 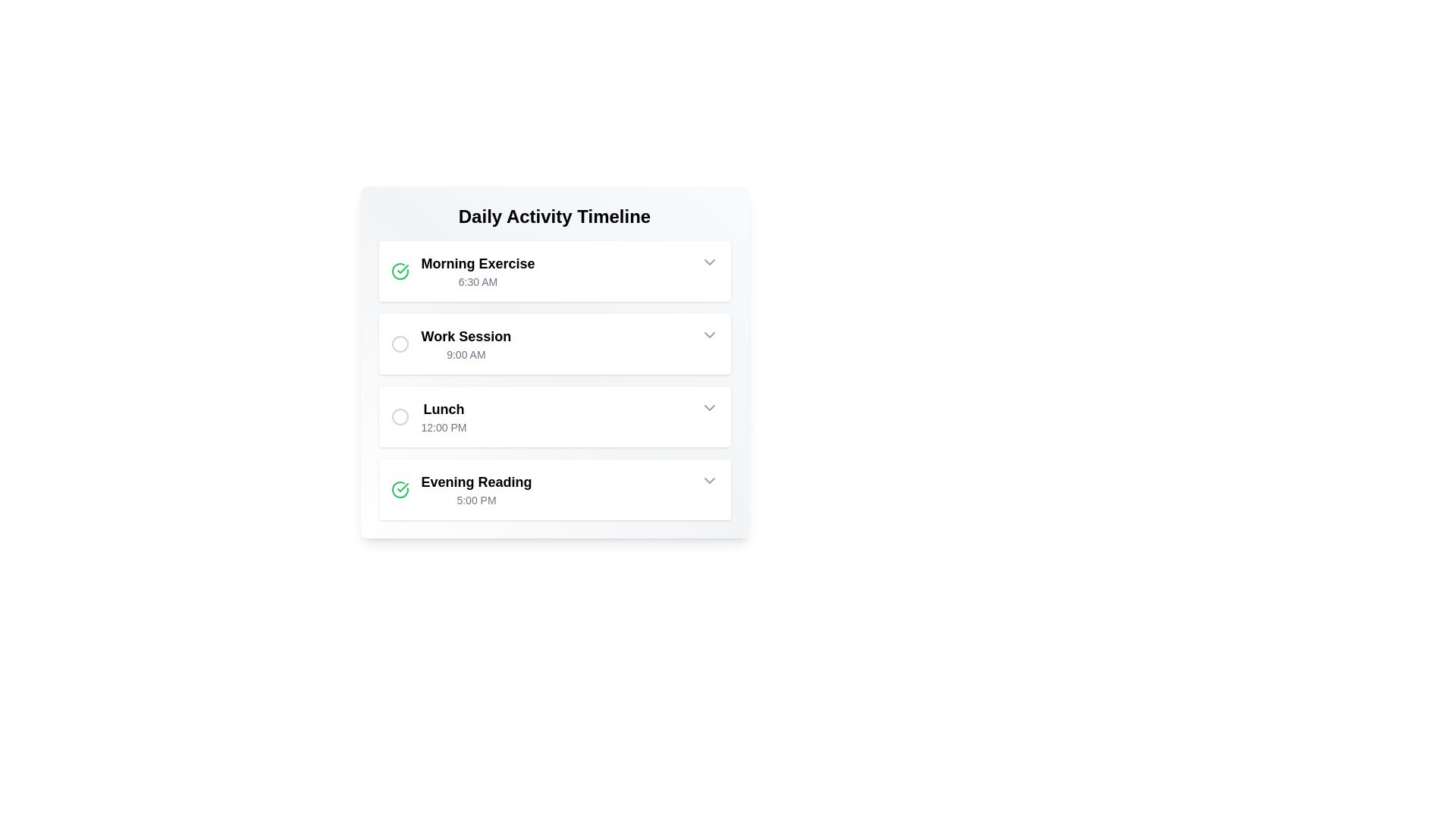 I want to click on the text label displaying 'Evening Reading' which is styled in bold, large, sans-serif font and is positioned as the first line in the fourth item of the task list under 'Daily Activity Timeline', so click(x=475, y=482).